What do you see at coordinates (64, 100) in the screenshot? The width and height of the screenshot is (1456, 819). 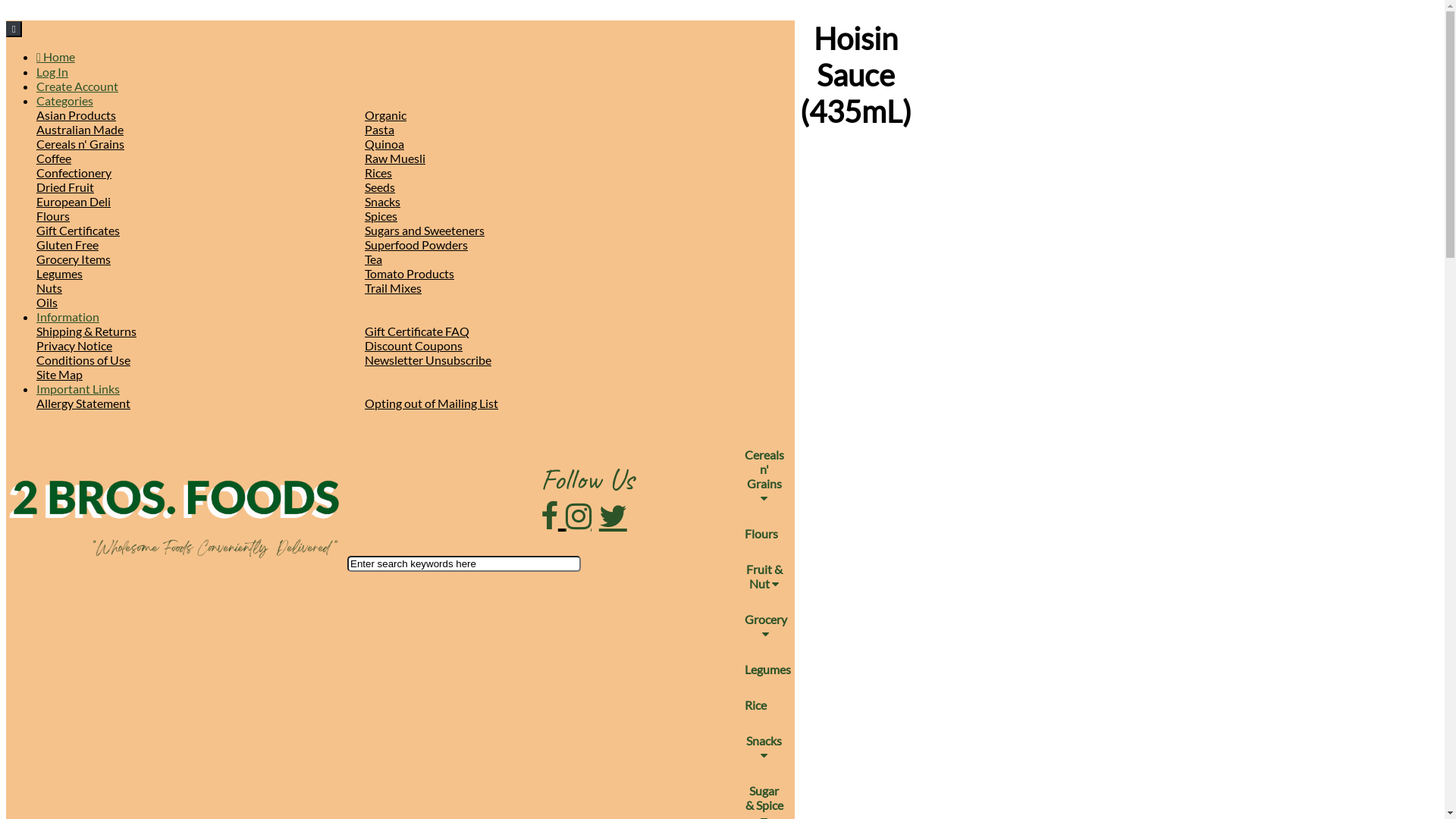 I see `'Categories'` at bounding box center [64, 100].